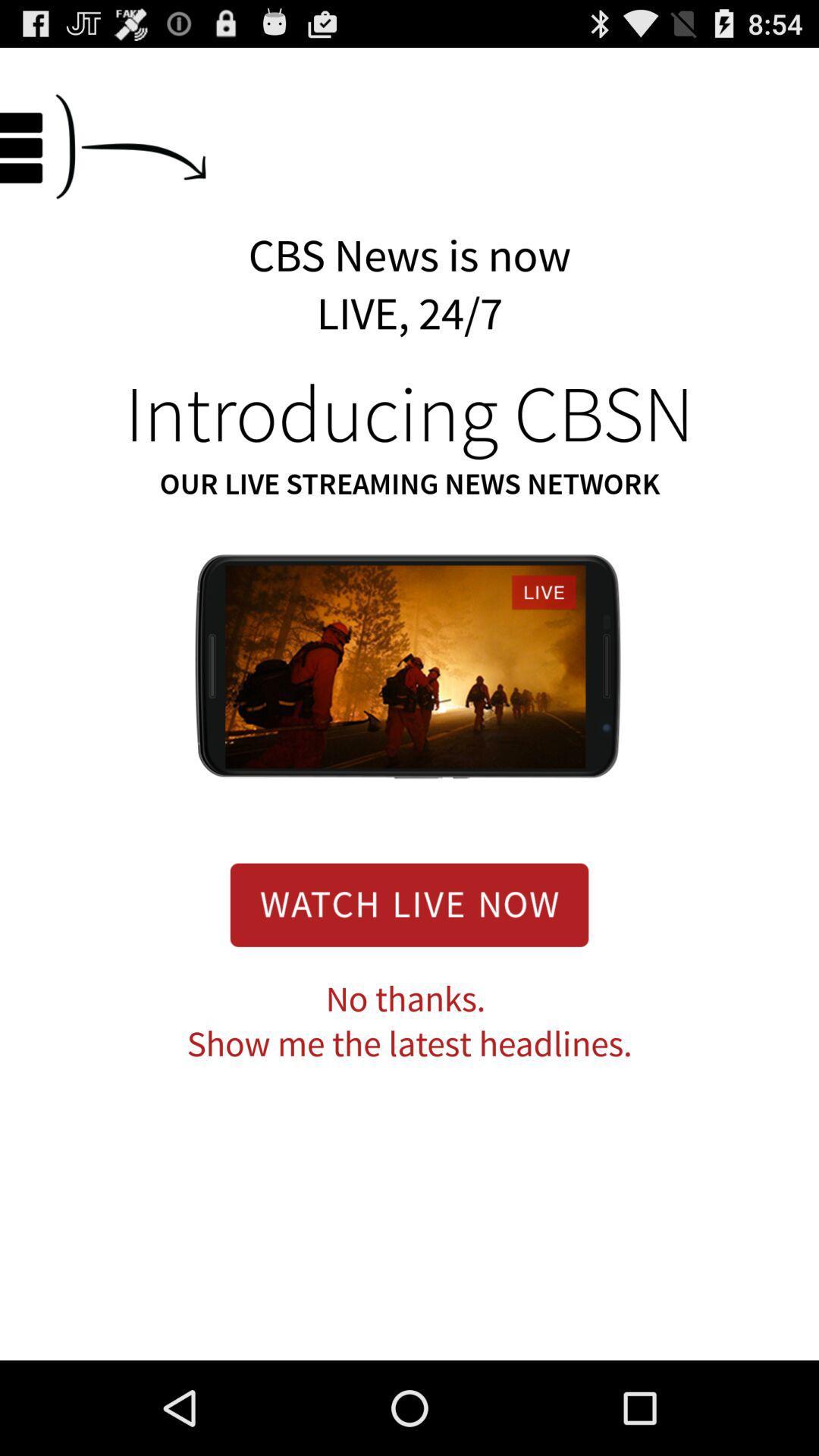  I want to click on because back devicer, so click(409, 905).